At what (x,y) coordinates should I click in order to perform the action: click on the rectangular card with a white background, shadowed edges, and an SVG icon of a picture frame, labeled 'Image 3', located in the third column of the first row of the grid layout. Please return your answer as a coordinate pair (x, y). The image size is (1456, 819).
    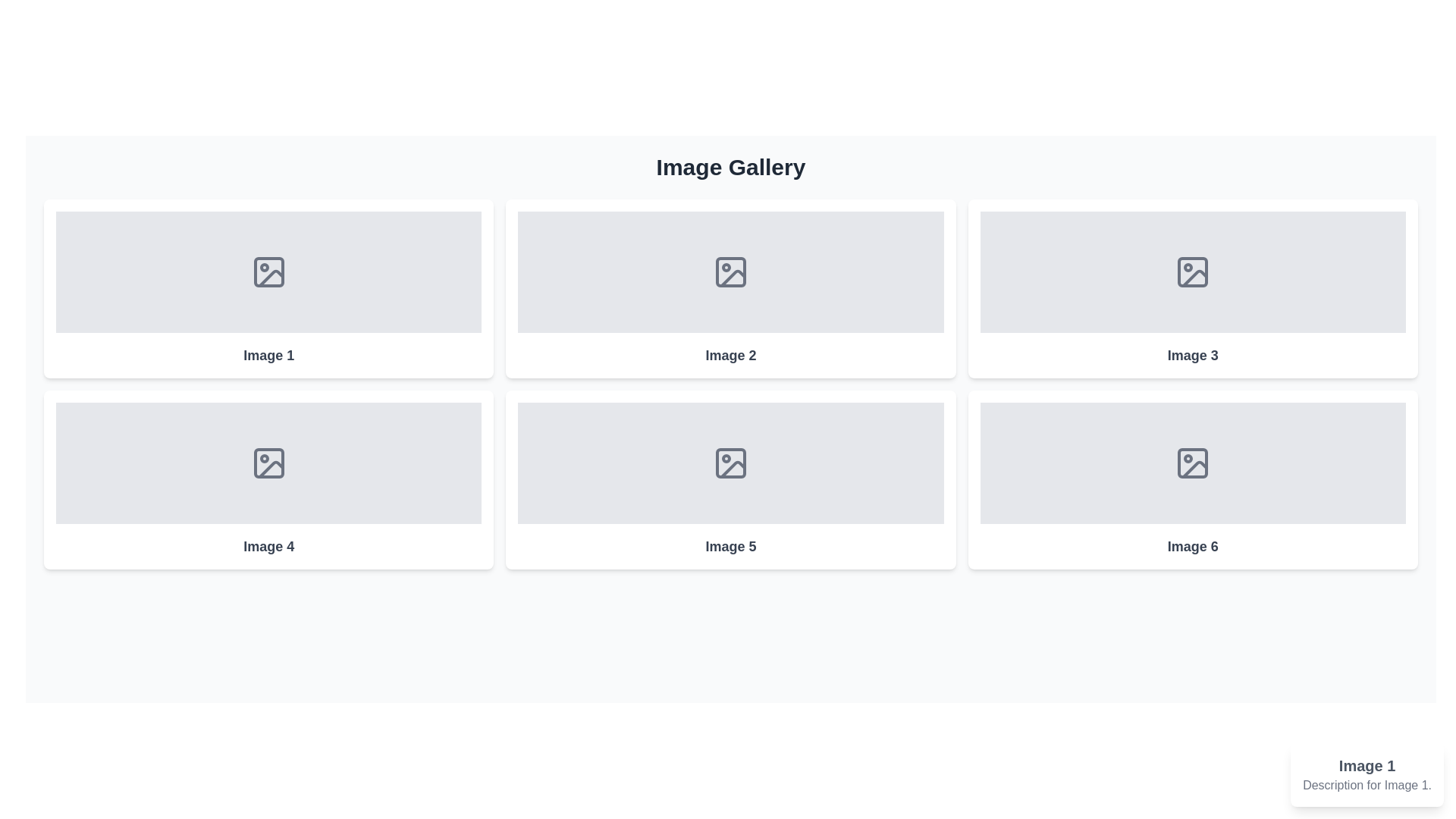
    Looking at the image, I should click on (1192, 289).